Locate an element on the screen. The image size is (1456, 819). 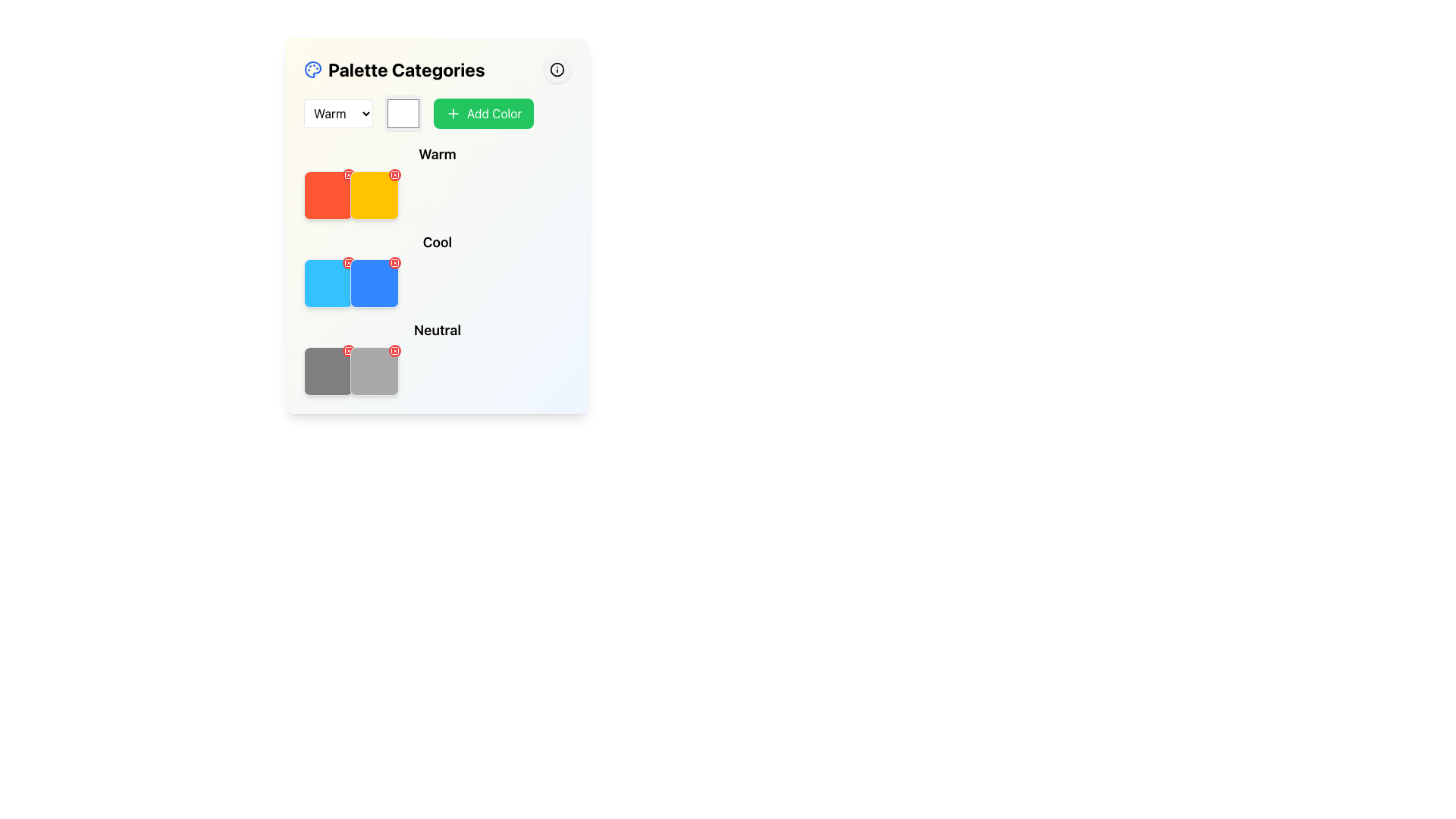
the plus icon in the 'Add Color' button located in the upper-right section of the 'Palette Categories' panel is located at coordinates (453, 113).